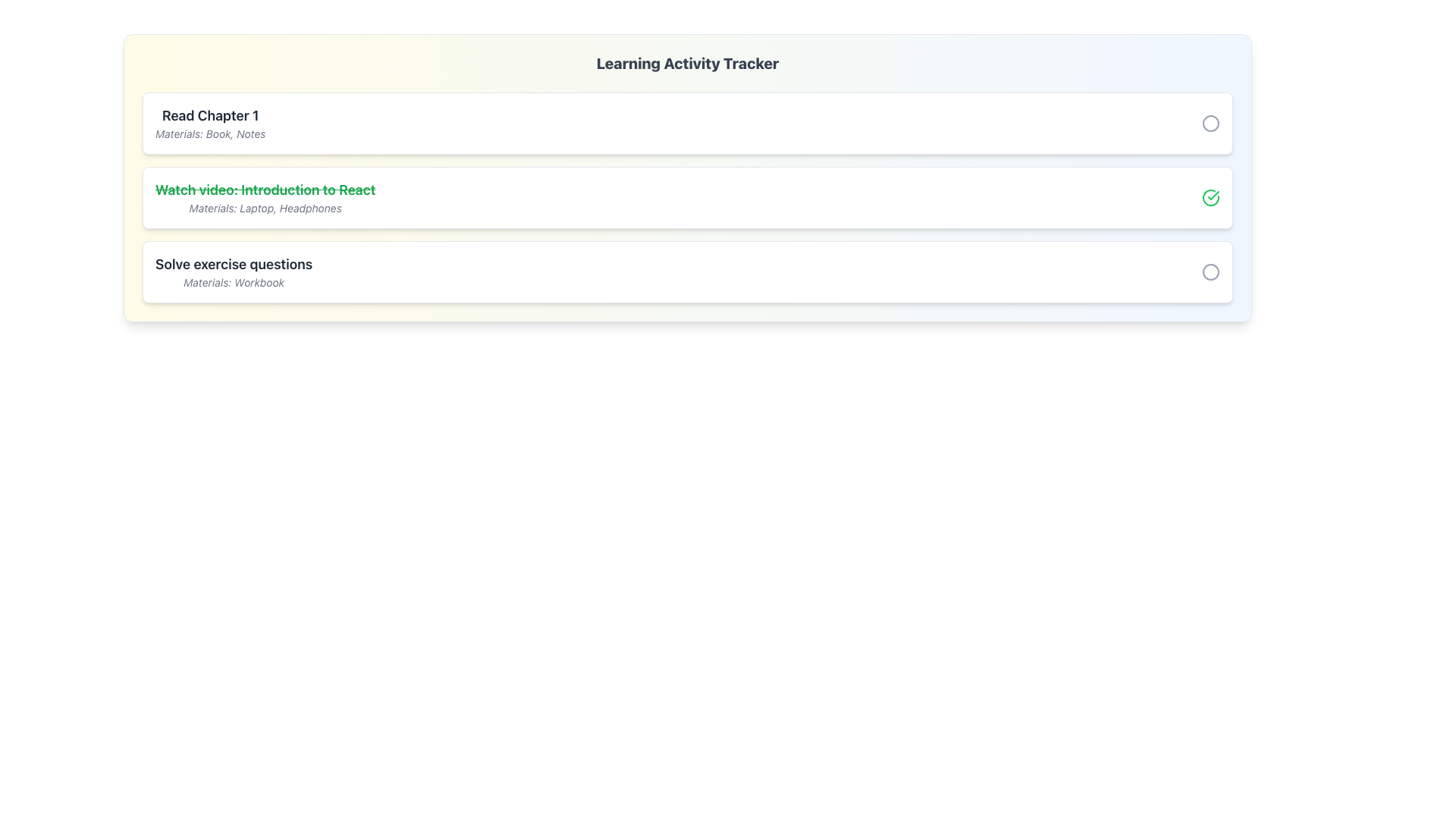 The width and height of the screenshot is (1456, 819). Describe the element at coordinates (687, 197) in the screenshot. I see `the task entry element labeled 'Watch video: Introduction to React' to read the task details` at that location.